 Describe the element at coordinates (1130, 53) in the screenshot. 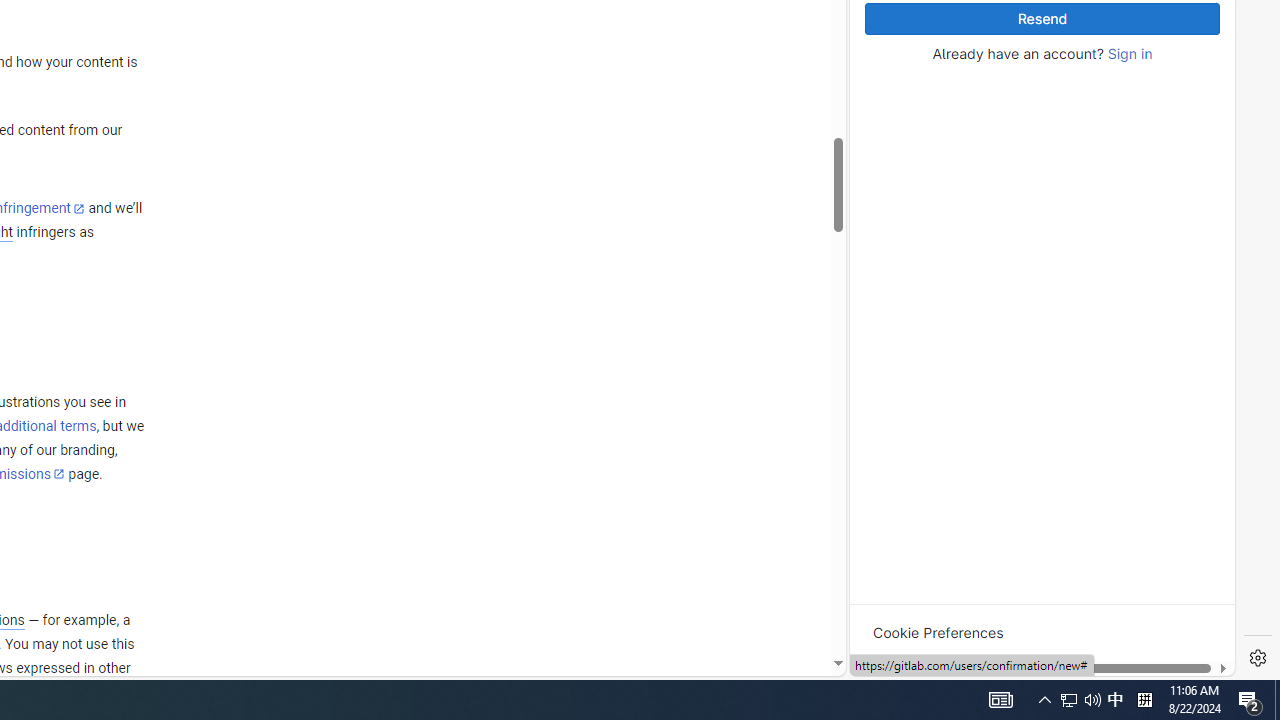

I see `'Sign in'` at that location.